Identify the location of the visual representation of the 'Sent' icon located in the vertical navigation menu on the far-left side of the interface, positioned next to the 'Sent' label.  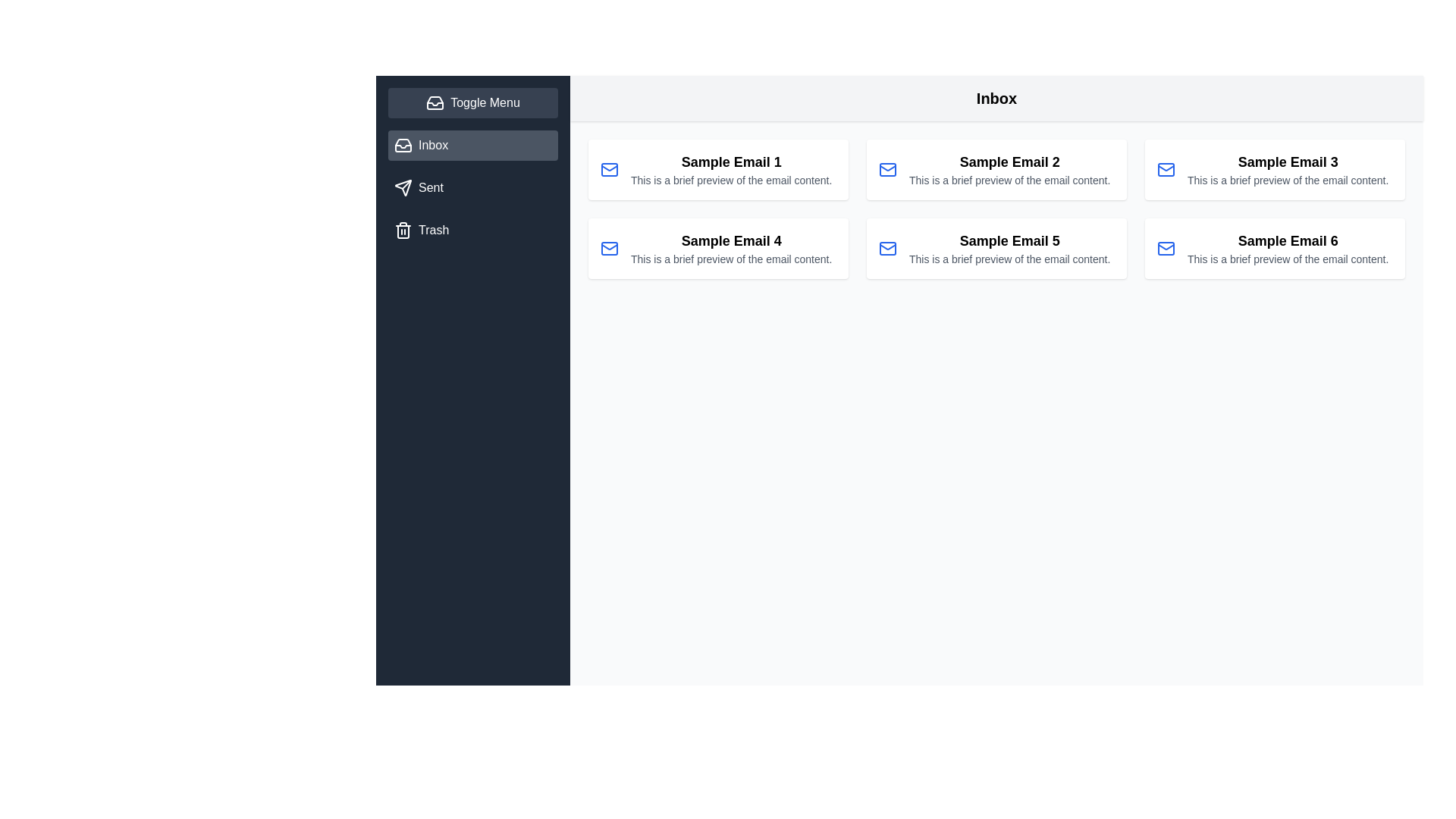
(403, 187).